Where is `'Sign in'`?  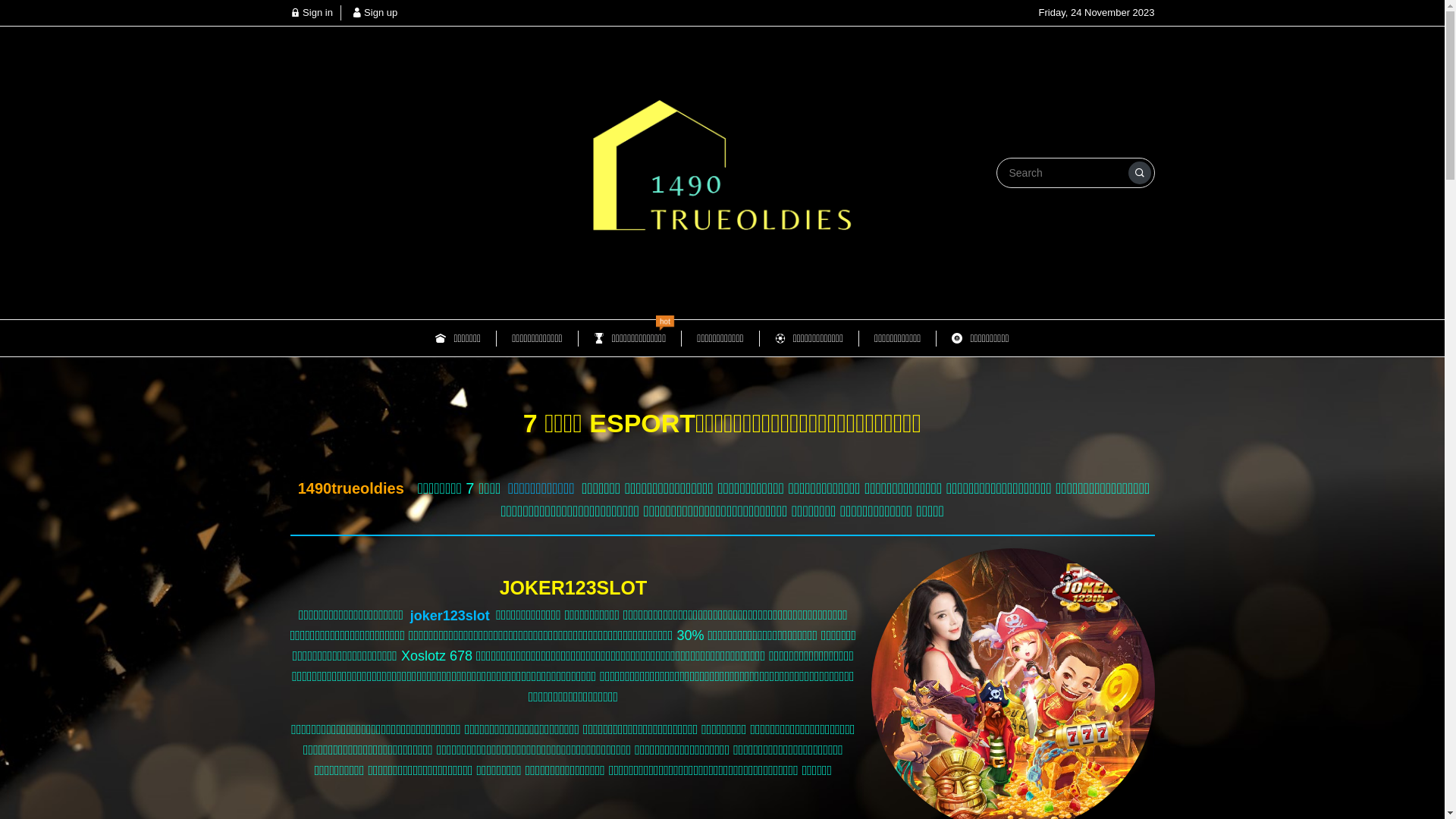 'Sign in' is located at coordinates (309, 12).